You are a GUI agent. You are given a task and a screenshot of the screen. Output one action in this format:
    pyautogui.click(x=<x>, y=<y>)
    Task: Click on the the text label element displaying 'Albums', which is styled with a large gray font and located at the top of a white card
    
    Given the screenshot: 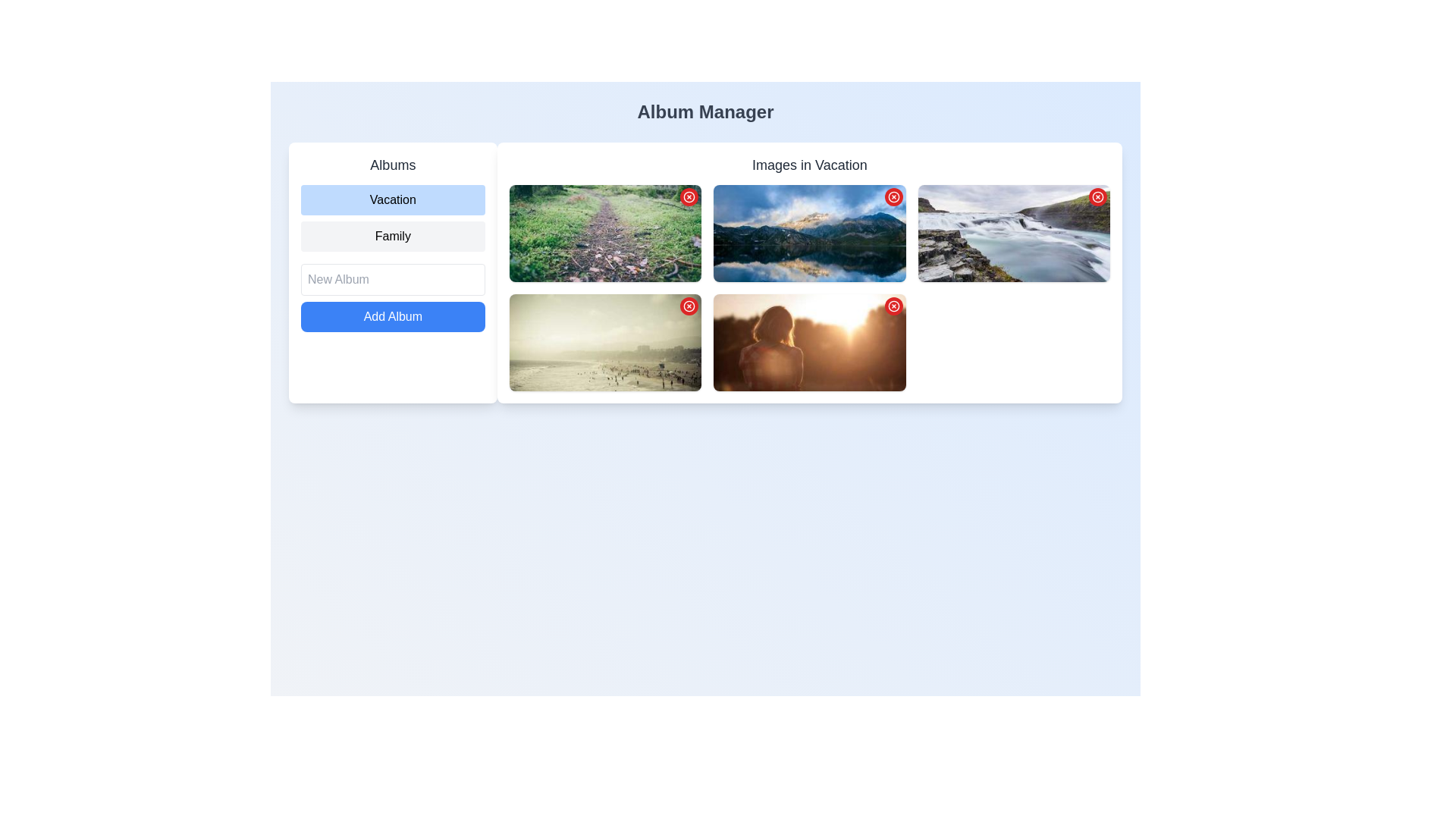 What is the action you would take?
    pyautogui.click(x=393, y=165)
    